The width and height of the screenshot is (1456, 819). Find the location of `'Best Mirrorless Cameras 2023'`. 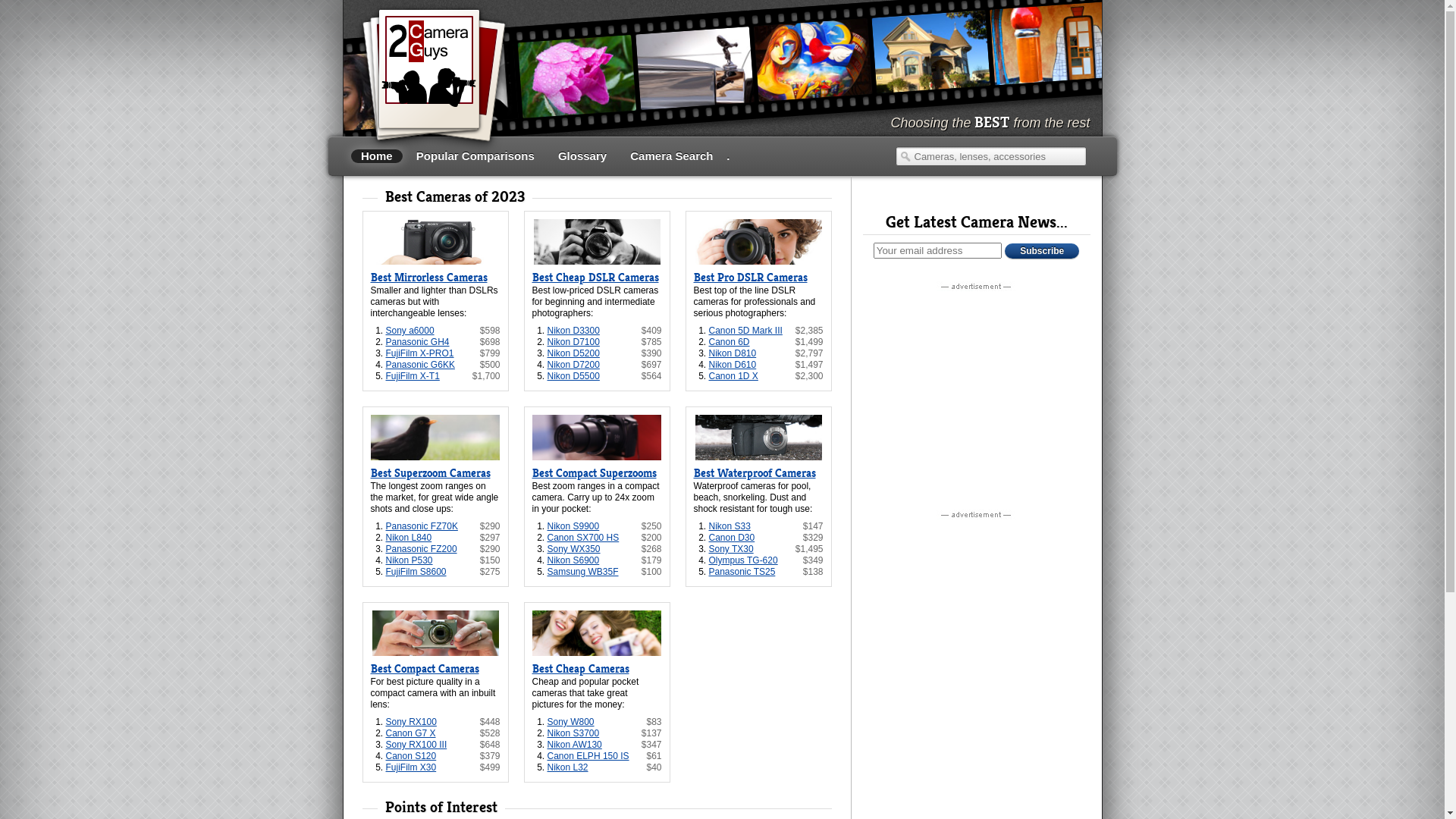

'Best Mirrorless Cameras 2023' is located at coordinates (434, 241).